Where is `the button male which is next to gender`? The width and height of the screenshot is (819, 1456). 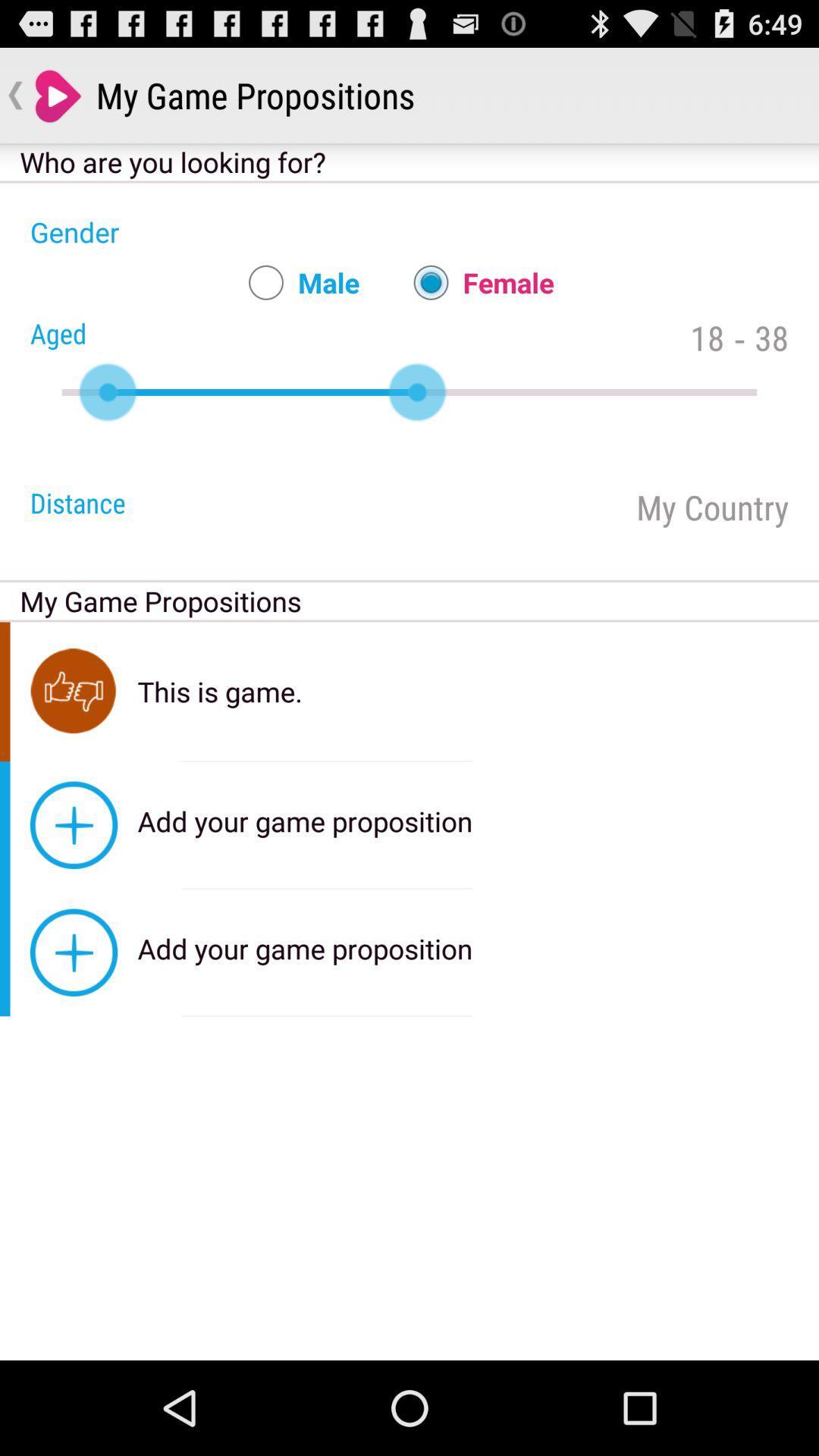 the button male which is next to gender is located at coordinates (297, 283).